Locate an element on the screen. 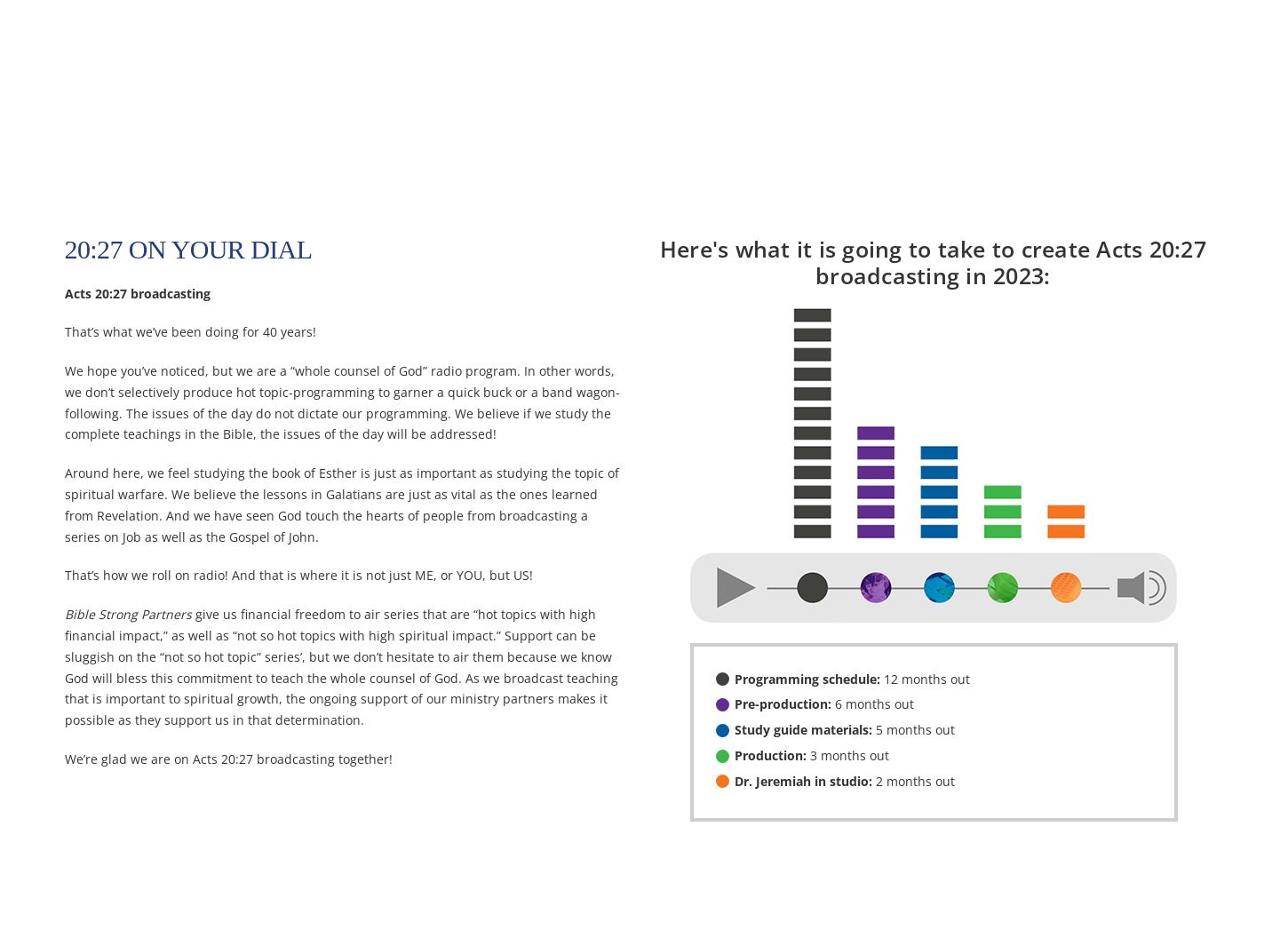 The image size is (1288, 930). 'Production:' is located at coordinates (768, 754).